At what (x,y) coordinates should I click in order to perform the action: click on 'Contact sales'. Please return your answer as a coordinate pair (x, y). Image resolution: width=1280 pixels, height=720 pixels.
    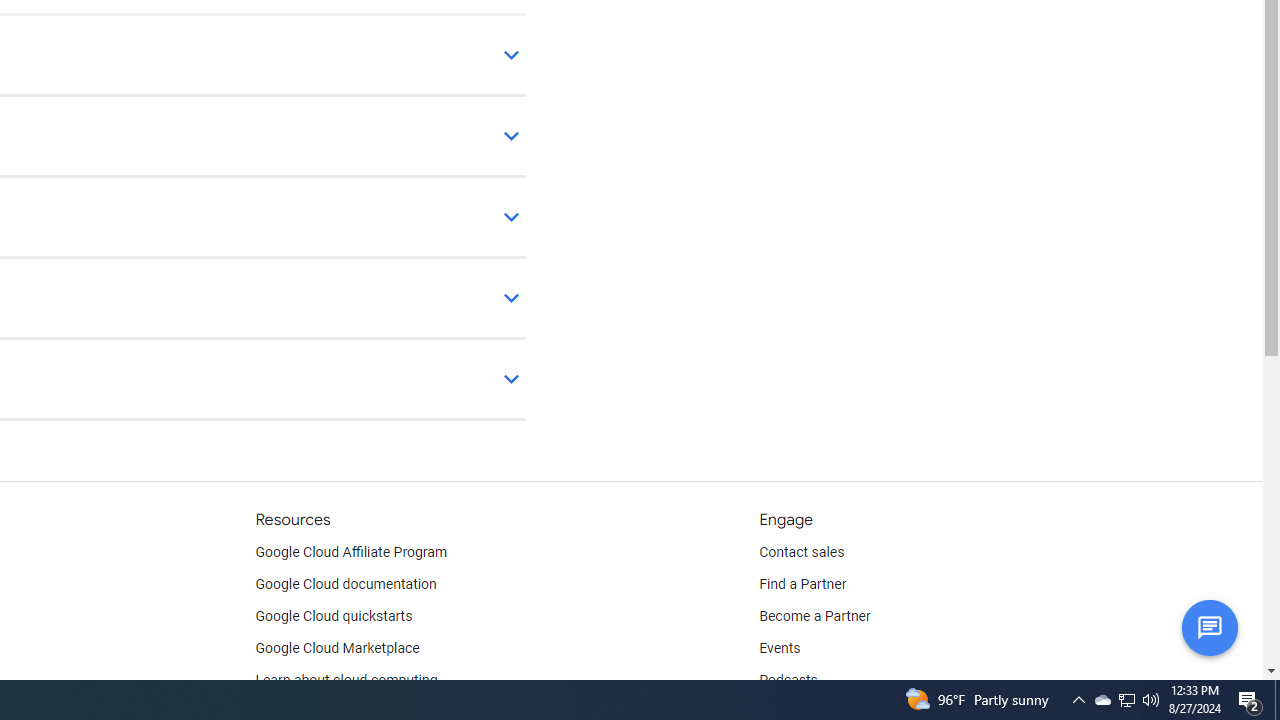
    Looking at the image, I should click on (801, 552).